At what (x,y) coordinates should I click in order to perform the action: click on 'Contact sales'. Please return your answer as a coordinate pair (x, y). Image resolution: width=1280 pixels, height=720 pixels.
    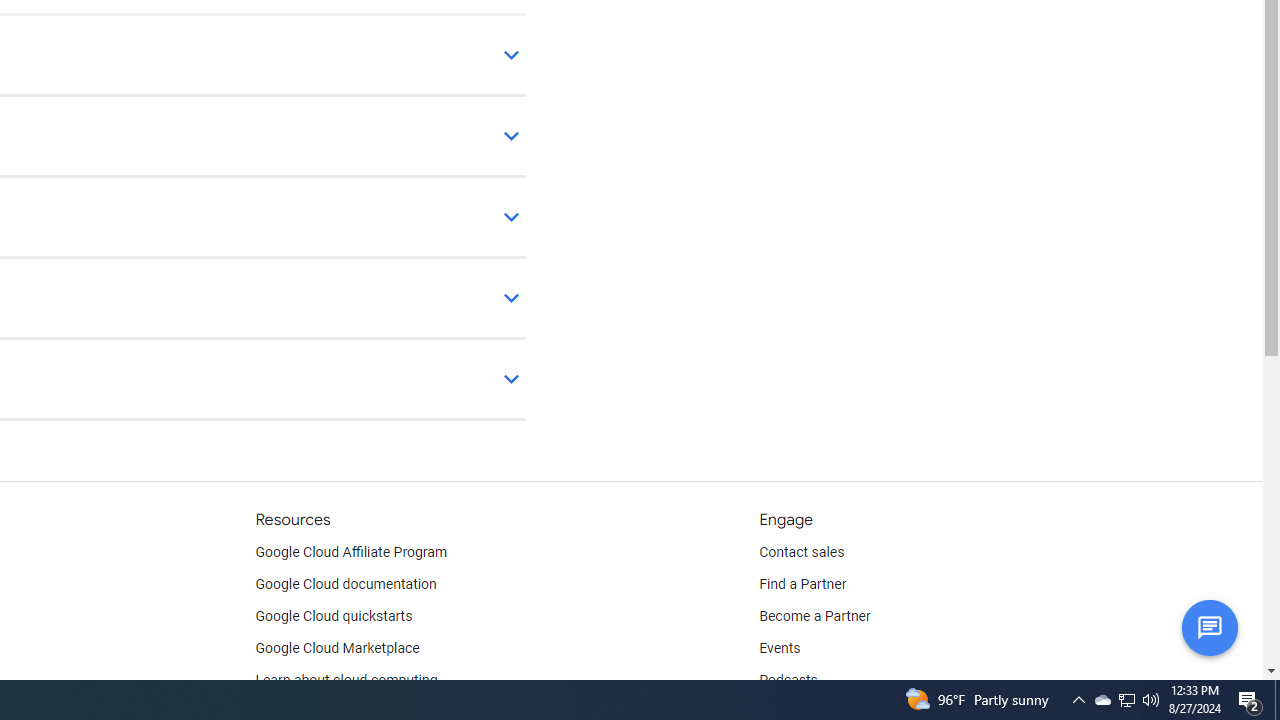
    Looking at the image, I should click on (801, 552).